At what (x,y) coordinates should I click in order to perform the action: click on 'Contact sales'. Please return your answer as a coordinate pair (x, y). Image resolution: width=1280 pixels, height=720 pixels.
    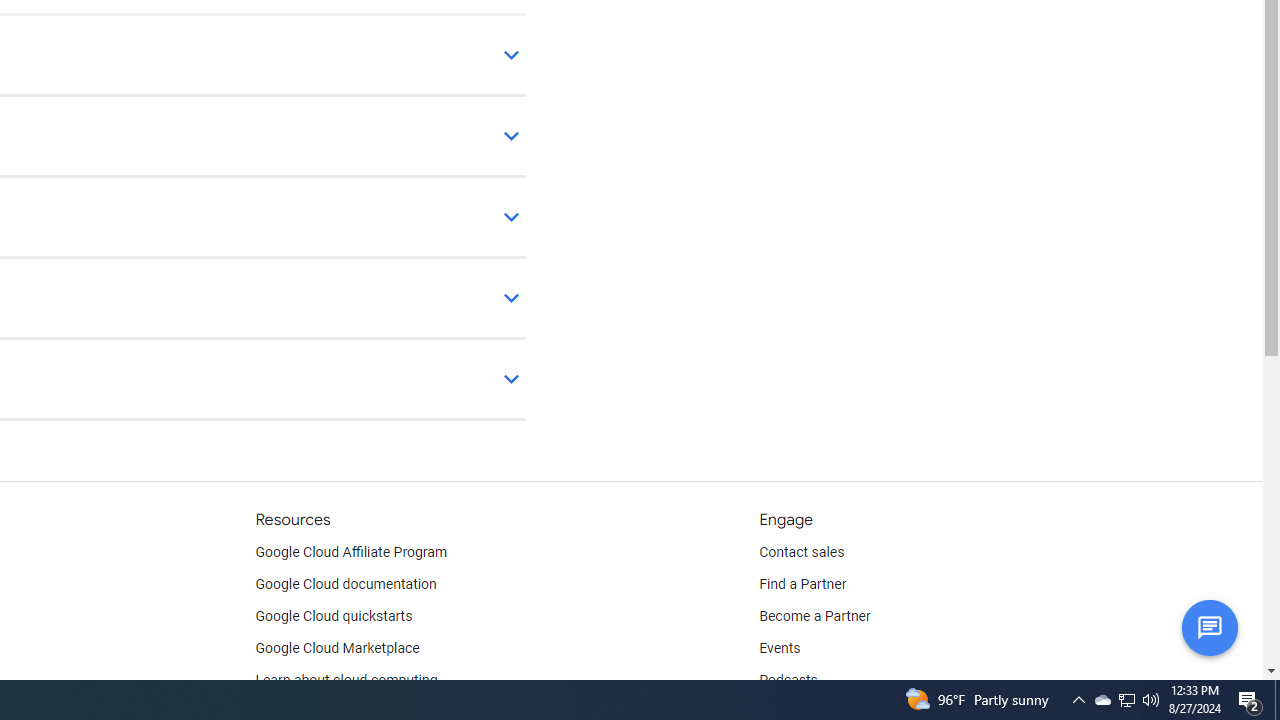
    Looking at the image, I should click on (801, 552).